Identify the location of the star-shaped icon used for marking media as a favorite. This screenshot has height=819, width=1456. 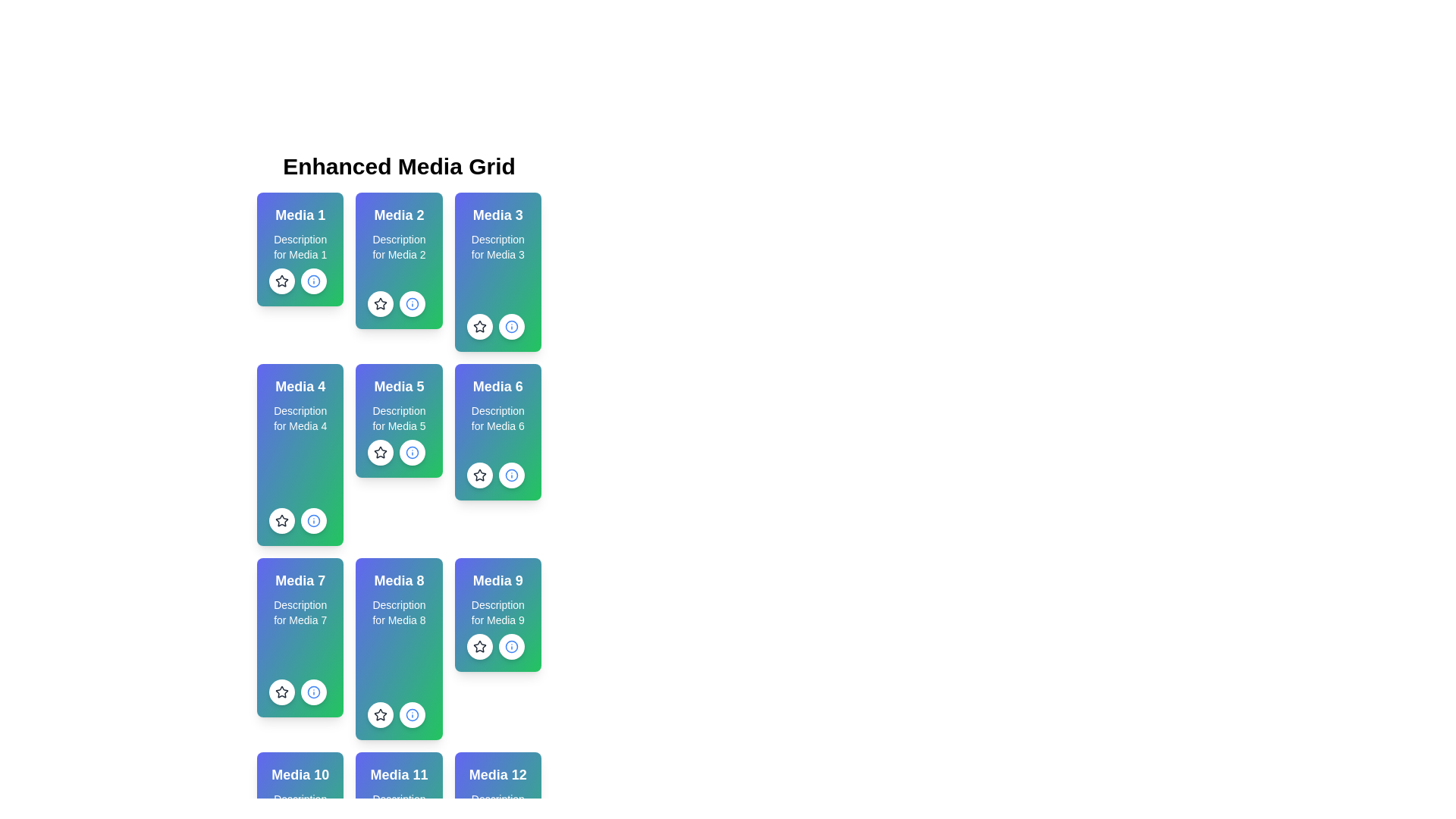
(282, 519).